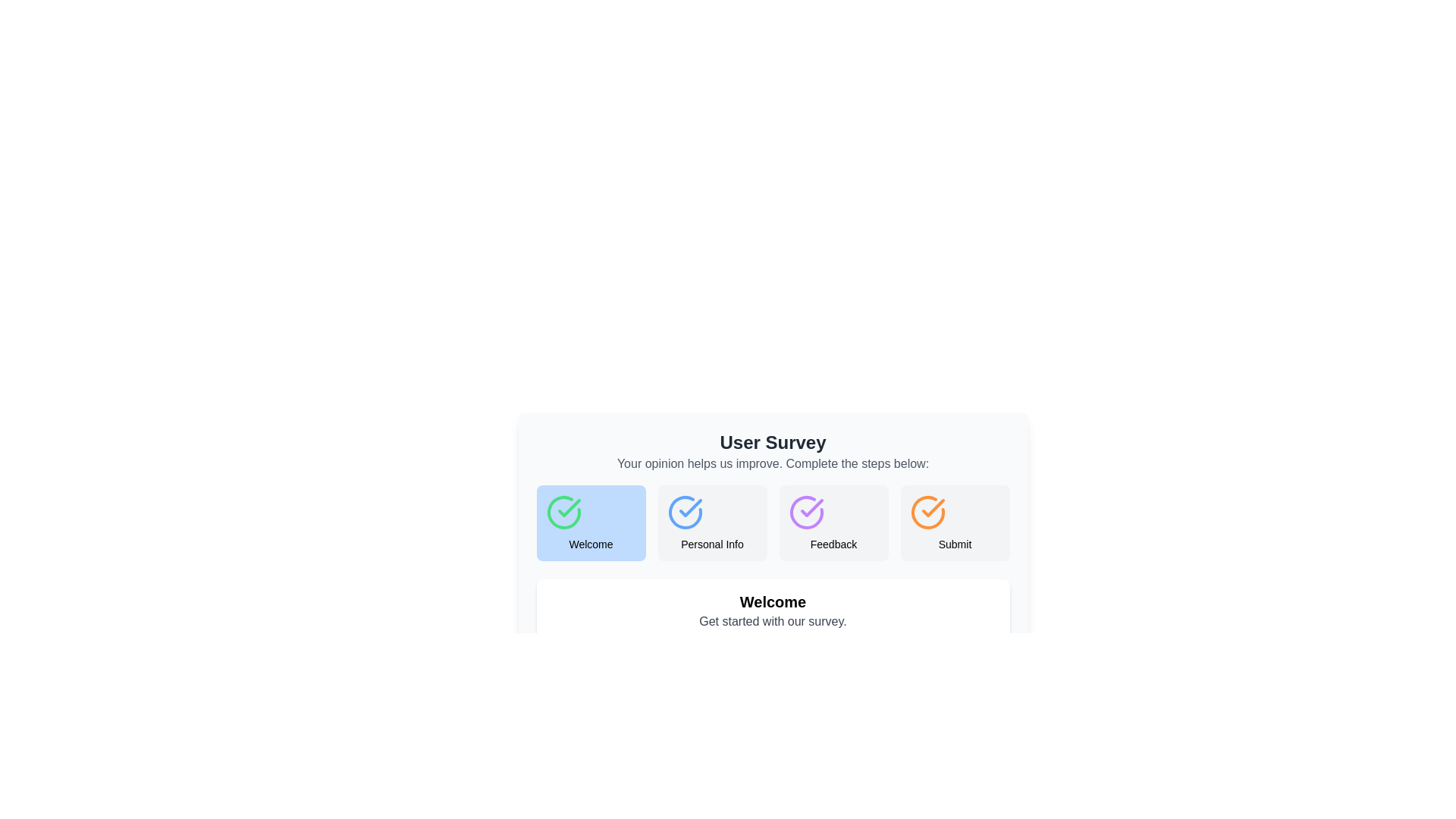 This screenshot has width=1456, height=819. I want to click on the orange circular check mark icon located in the 'Submit' section of the user survey interface, positioned to the right of the purple 'Feedback' icon, so click(927, 512).